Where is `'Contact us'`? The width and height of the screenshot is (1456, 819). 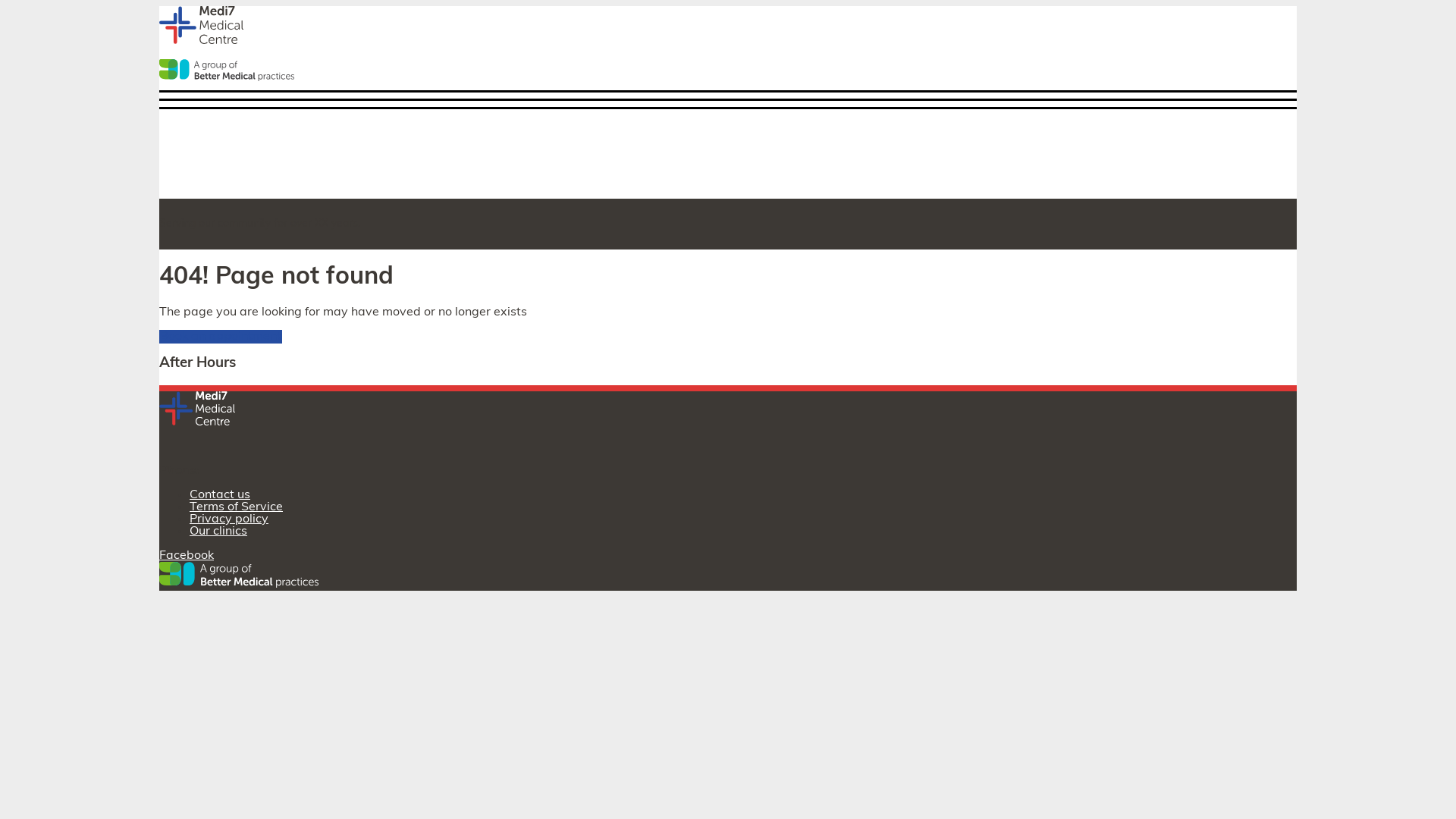 'Contact us' is located at coordinates (188, 494).